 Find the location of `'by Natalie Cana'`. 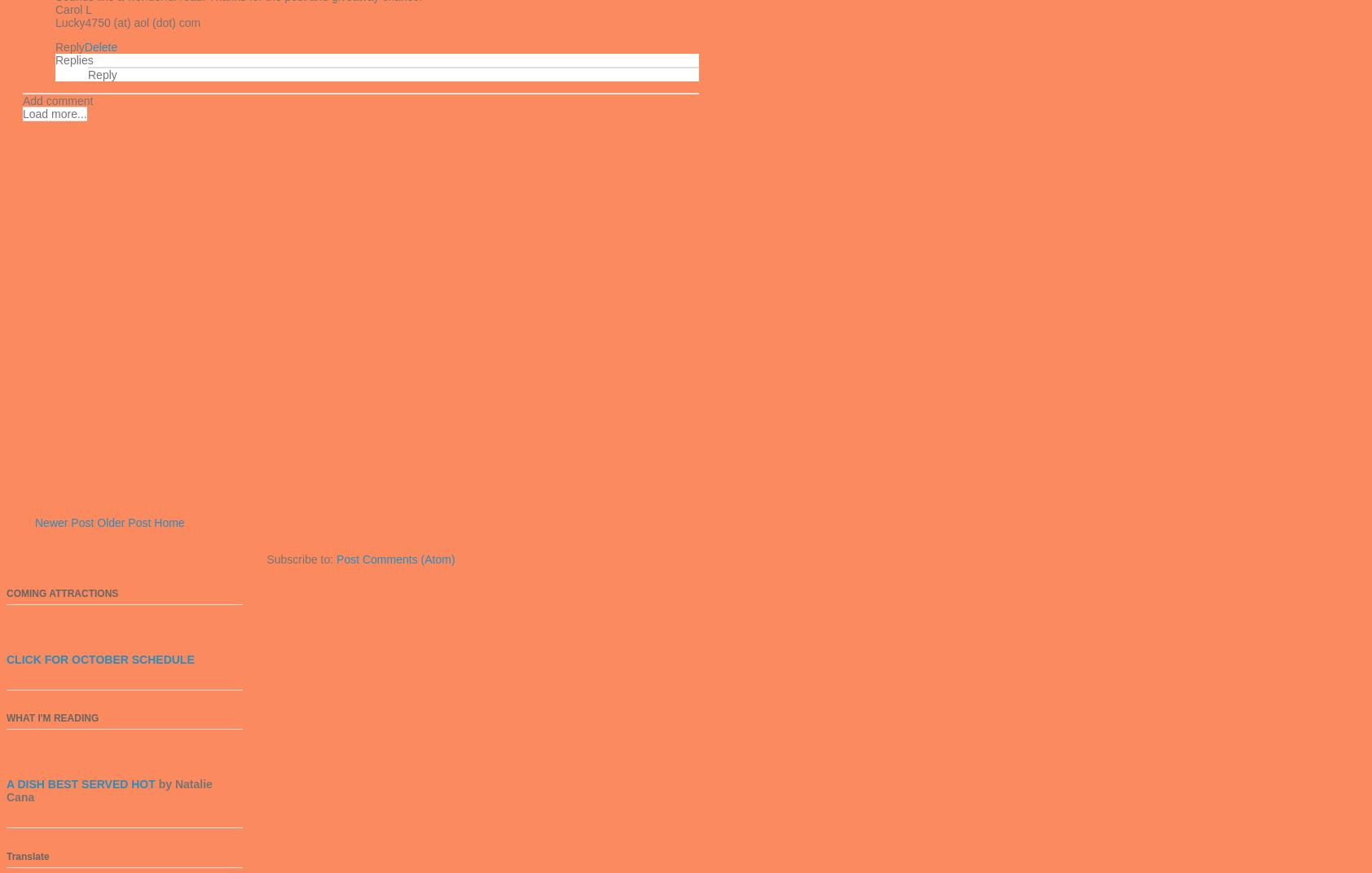

'by Natalie Cana' is located at coordinates (108, 790).